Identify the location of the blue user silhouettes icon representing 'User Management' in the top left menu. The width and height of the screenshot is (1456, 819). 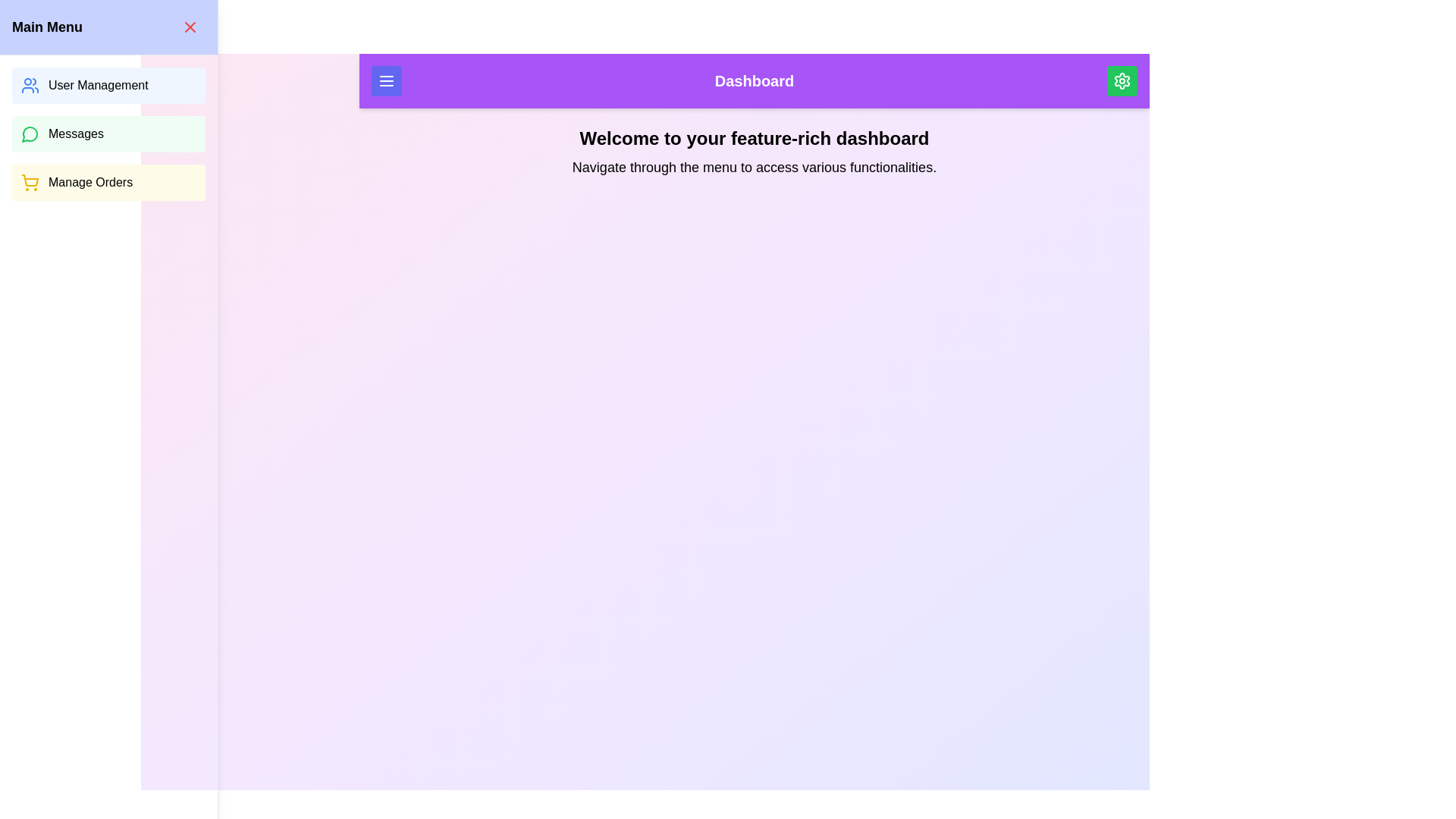
(30, 85).